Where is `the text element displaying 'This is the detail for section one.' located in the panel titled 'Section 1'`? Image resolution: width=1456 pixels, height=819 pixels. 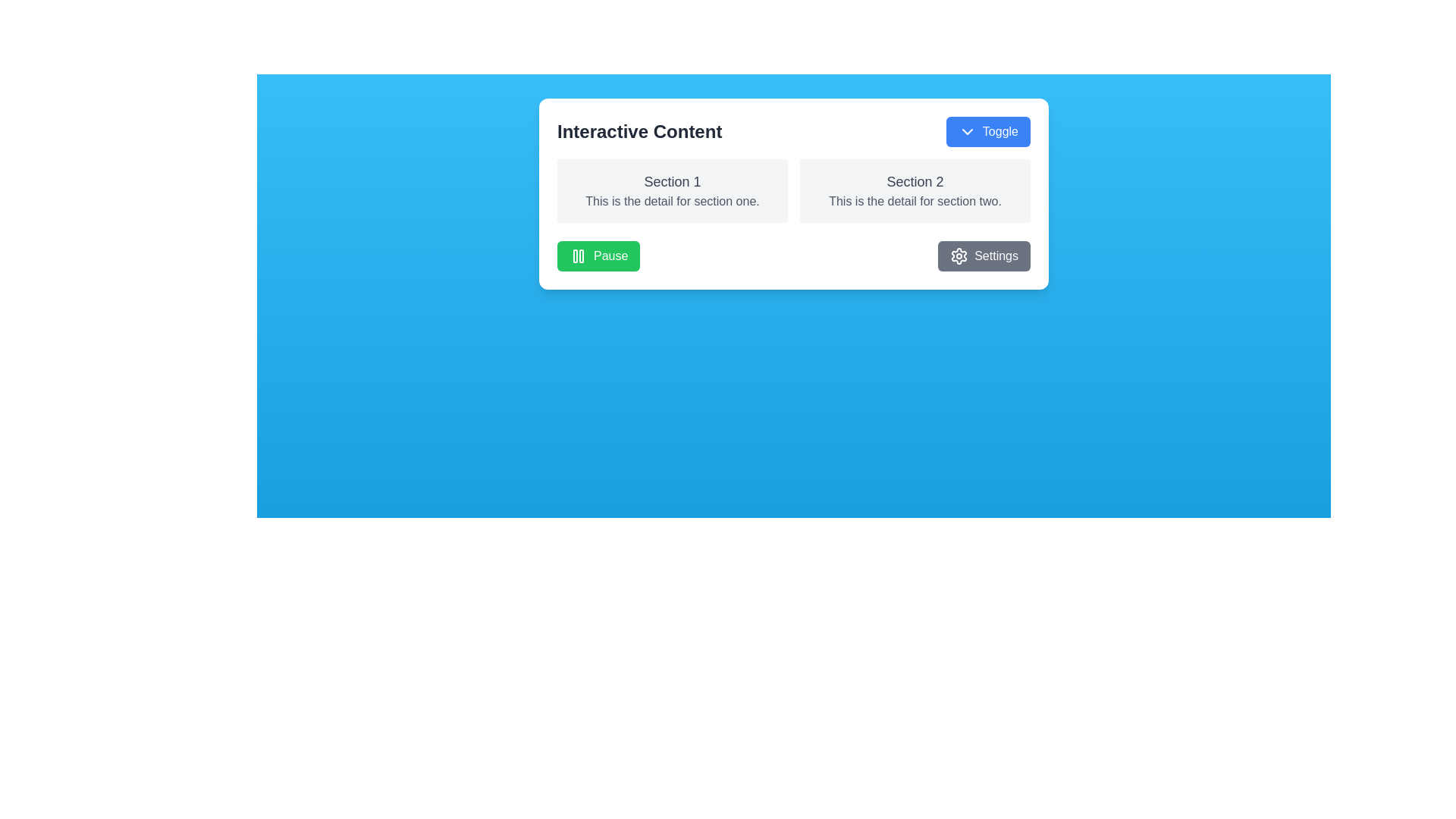 the text element displaying 'This is the detail for section one.' located in the panel titled 'Section 1' is located at coordinates (672, 201).